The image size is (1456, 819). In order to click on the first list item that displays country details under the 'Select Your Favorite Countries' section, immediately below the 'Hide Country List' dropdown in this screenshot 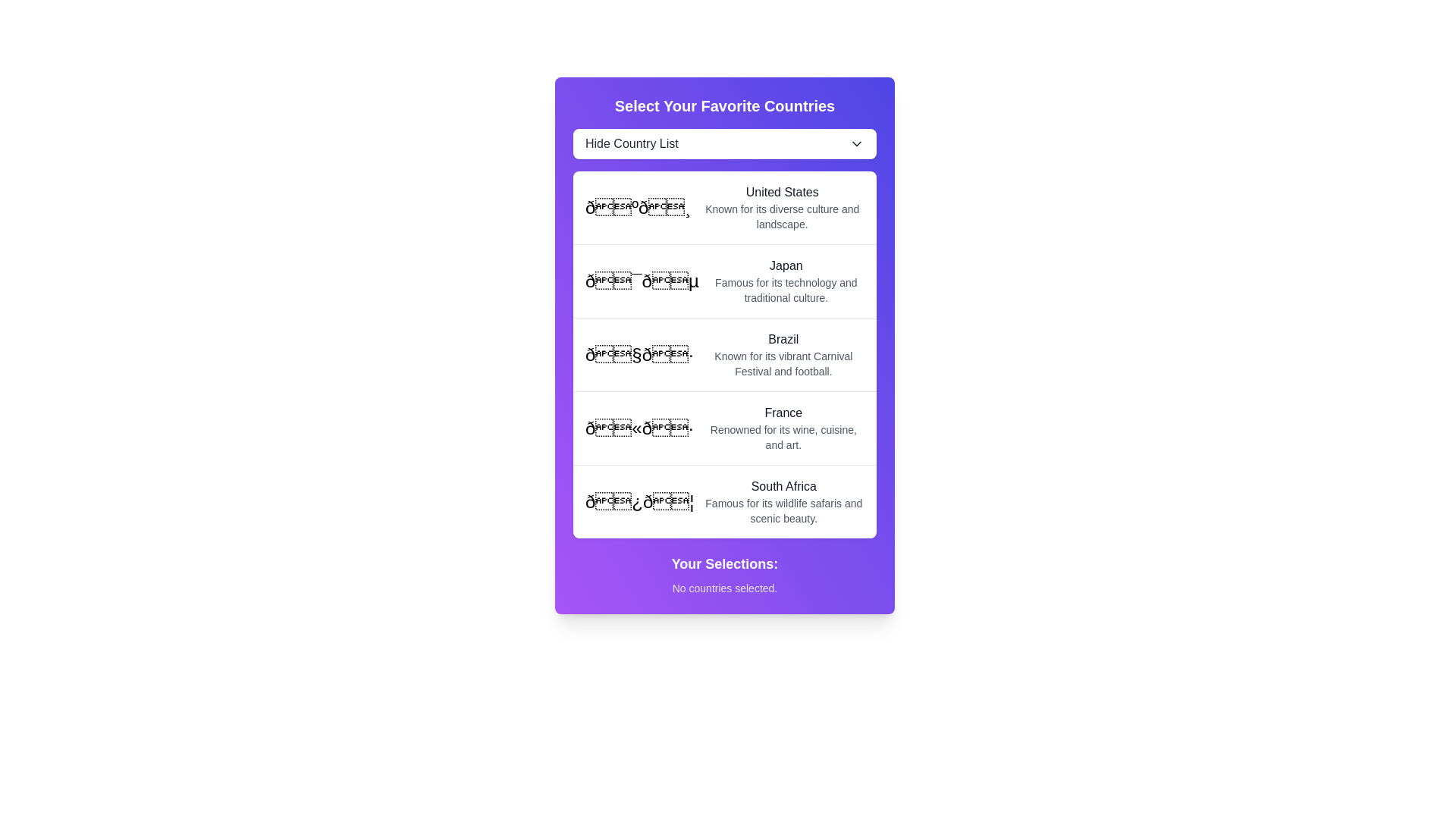, I will do `click(723, 207)`.